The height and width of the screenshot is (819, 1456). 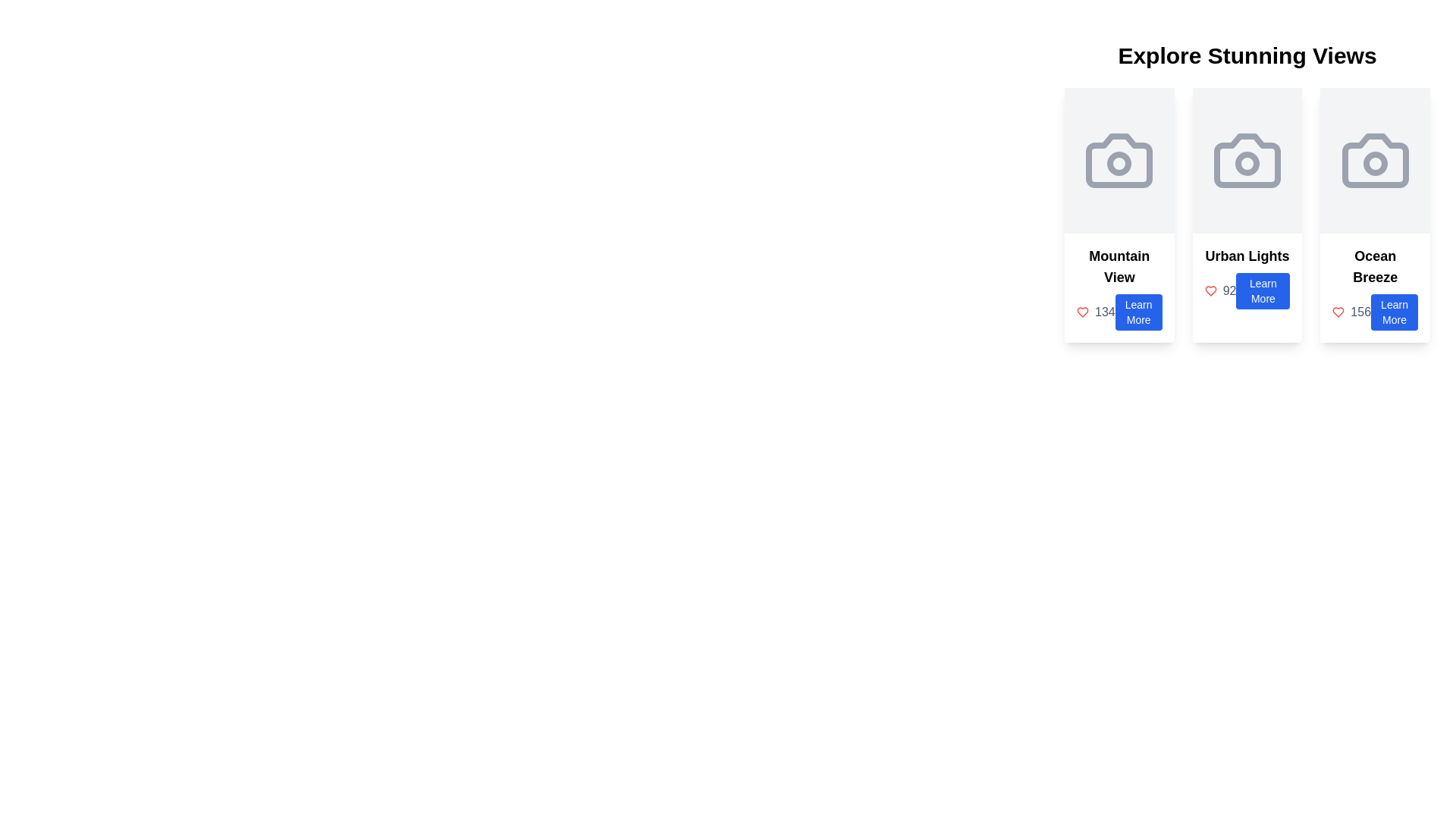 I want to click on the small circular component within the camera icon located in the first card titled 'Mountain View', so click(x=1119, y=164).